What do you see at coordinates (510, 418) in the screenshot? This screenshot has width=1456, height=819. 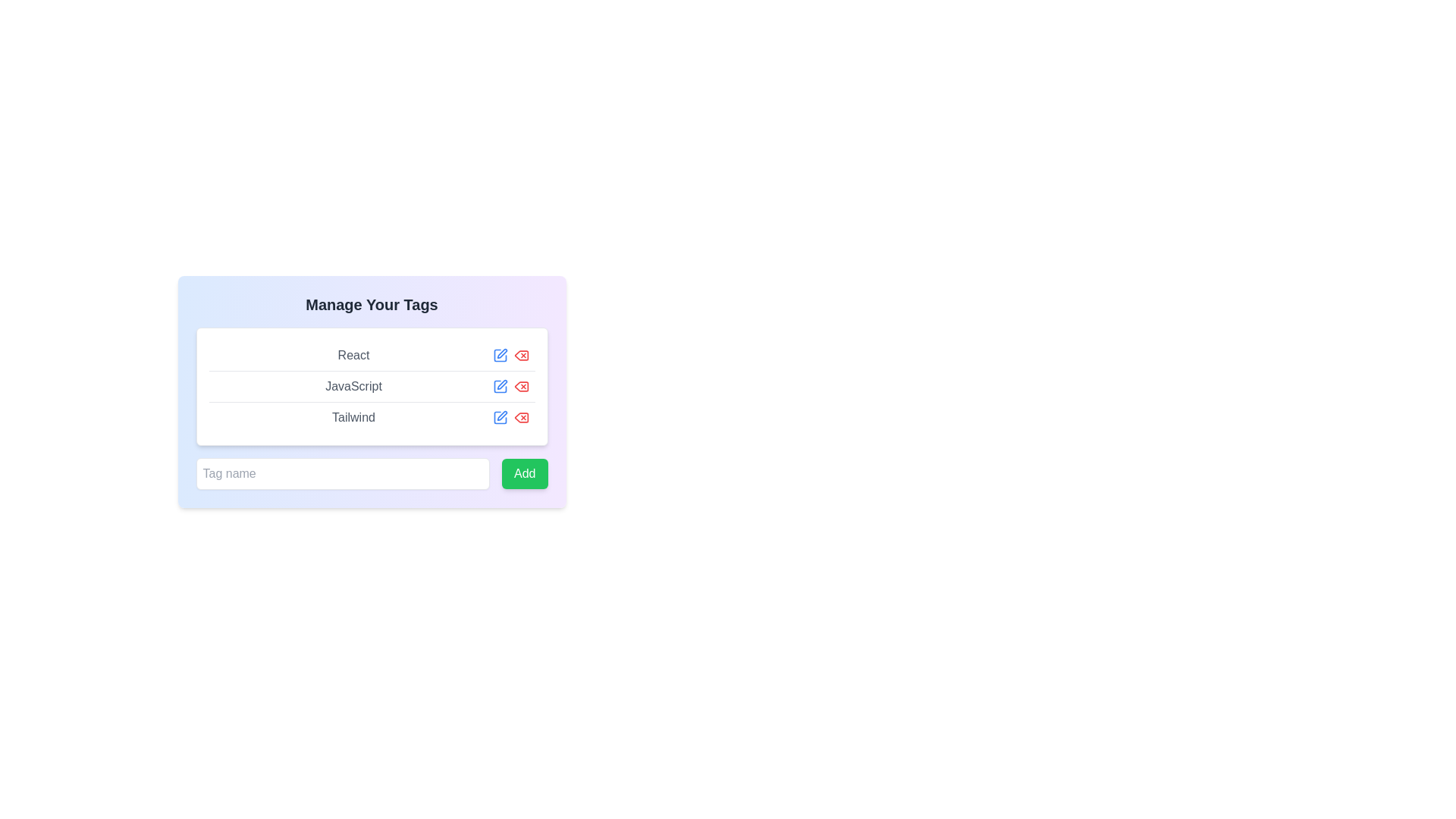 I see `the blue edit button in the interactive button group for the 'Tailwind' tag, located to the far right of the row labeled 'Tailwind'` at bounding box center [510, 418].